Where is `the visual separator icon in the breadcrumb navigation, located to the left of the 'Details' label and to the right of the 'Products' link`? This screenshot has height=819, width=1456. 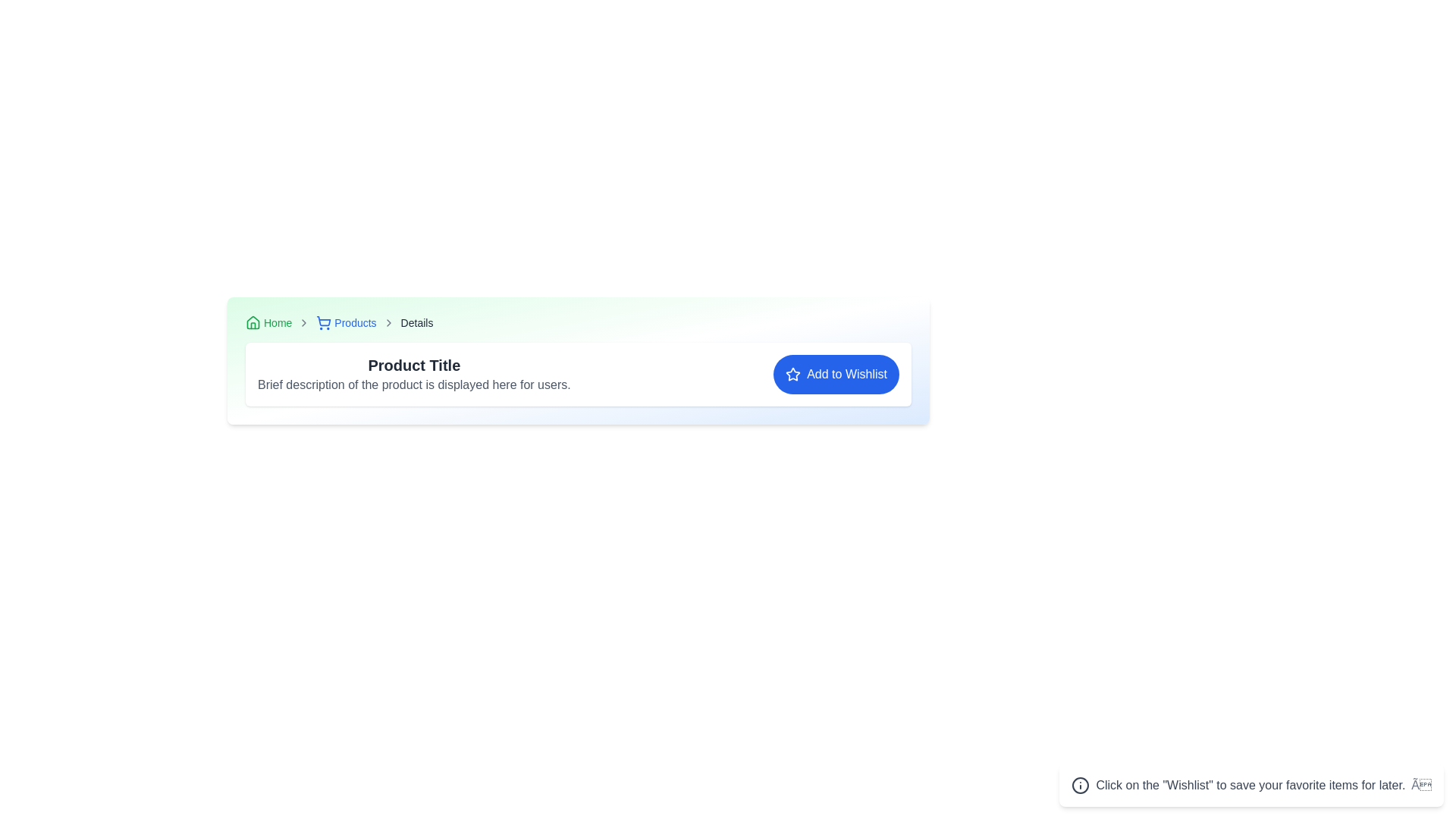
the visual separator icon in the breadcrumb navigation, located to the left of the 'Details' label and to the right of the 'Products' link is located at coordinates (388, 322).